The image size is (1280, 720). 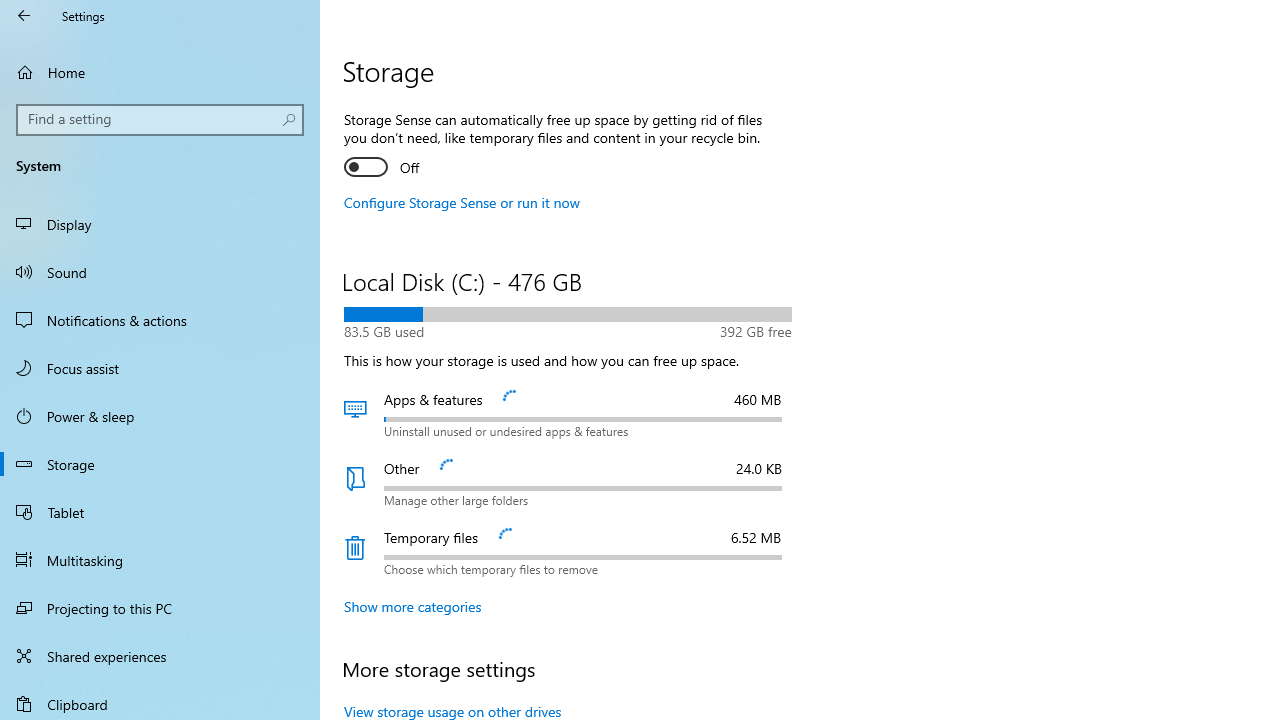 What do you see at coordinates (160, 367) in the screenshot?
I see `'Focus assist'` at bounding box center [160, 367].